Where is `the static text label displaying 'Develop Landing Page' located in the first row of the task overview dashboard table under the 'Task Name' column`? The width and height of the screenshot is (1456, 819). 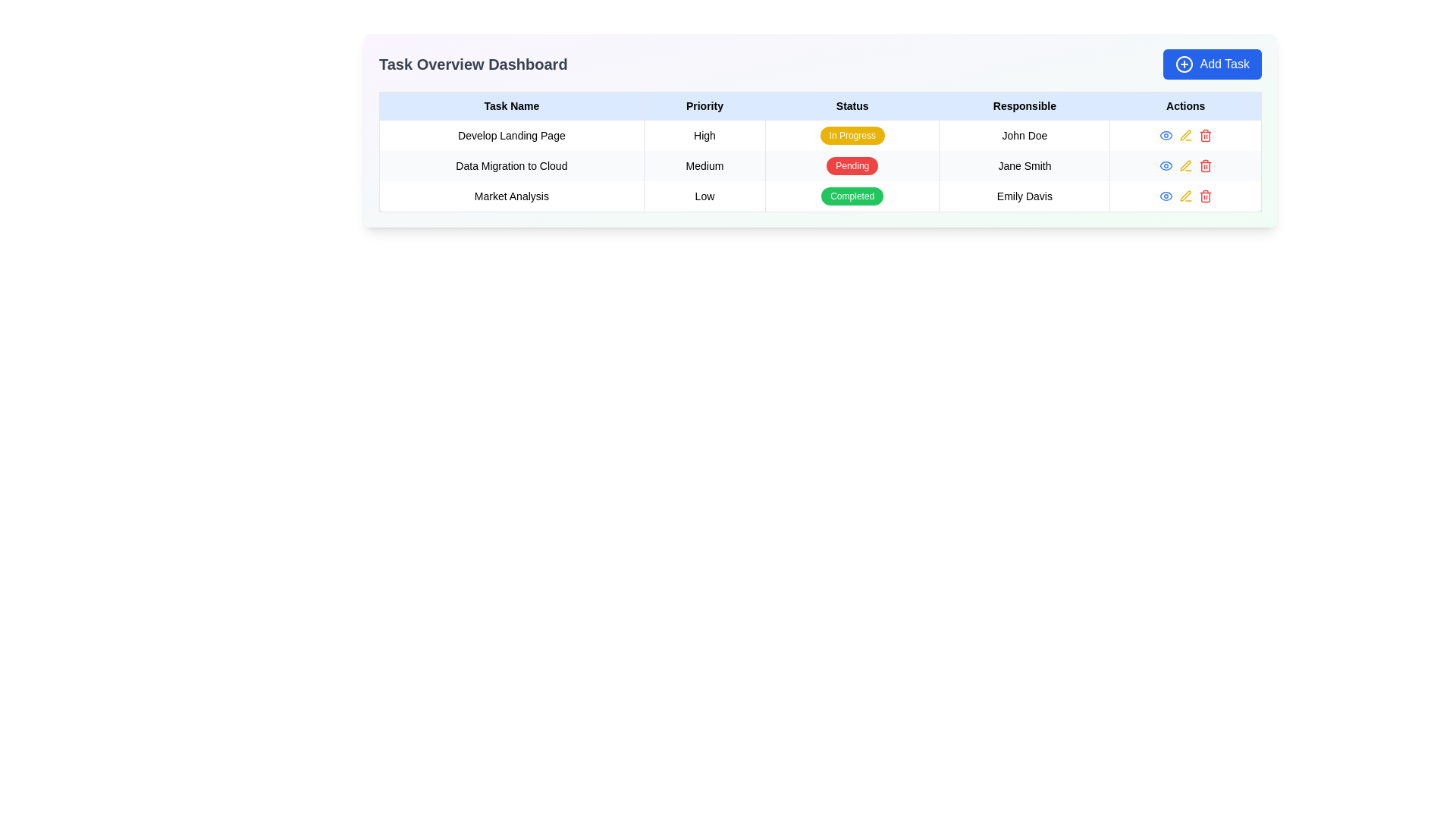
the static text label displaying 'Develop Landing Page' located in the first row of the task overview dashboard table under the 'Task Name' column is located at coordinates (511, 134).